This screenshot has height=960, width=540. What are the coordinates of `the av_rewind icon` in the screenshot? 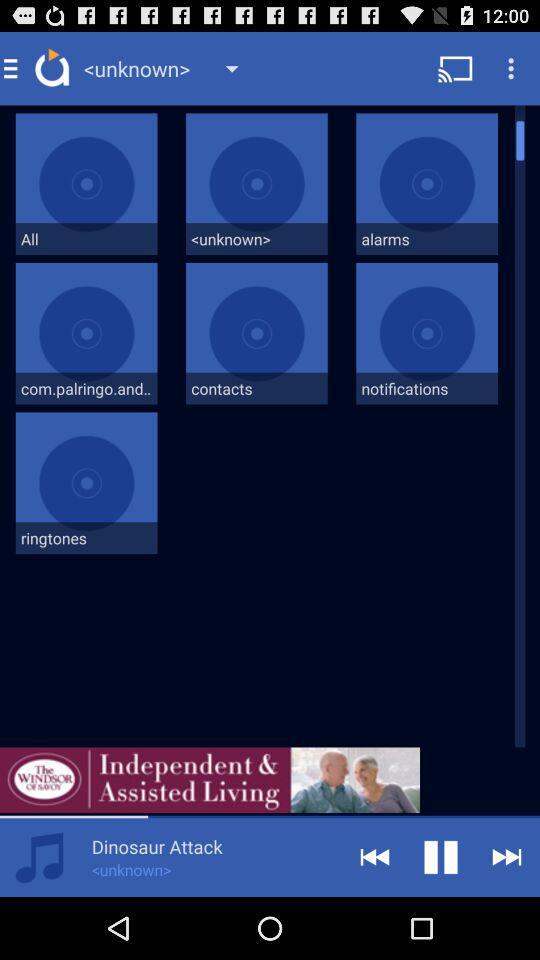 It's located at (374, 917).